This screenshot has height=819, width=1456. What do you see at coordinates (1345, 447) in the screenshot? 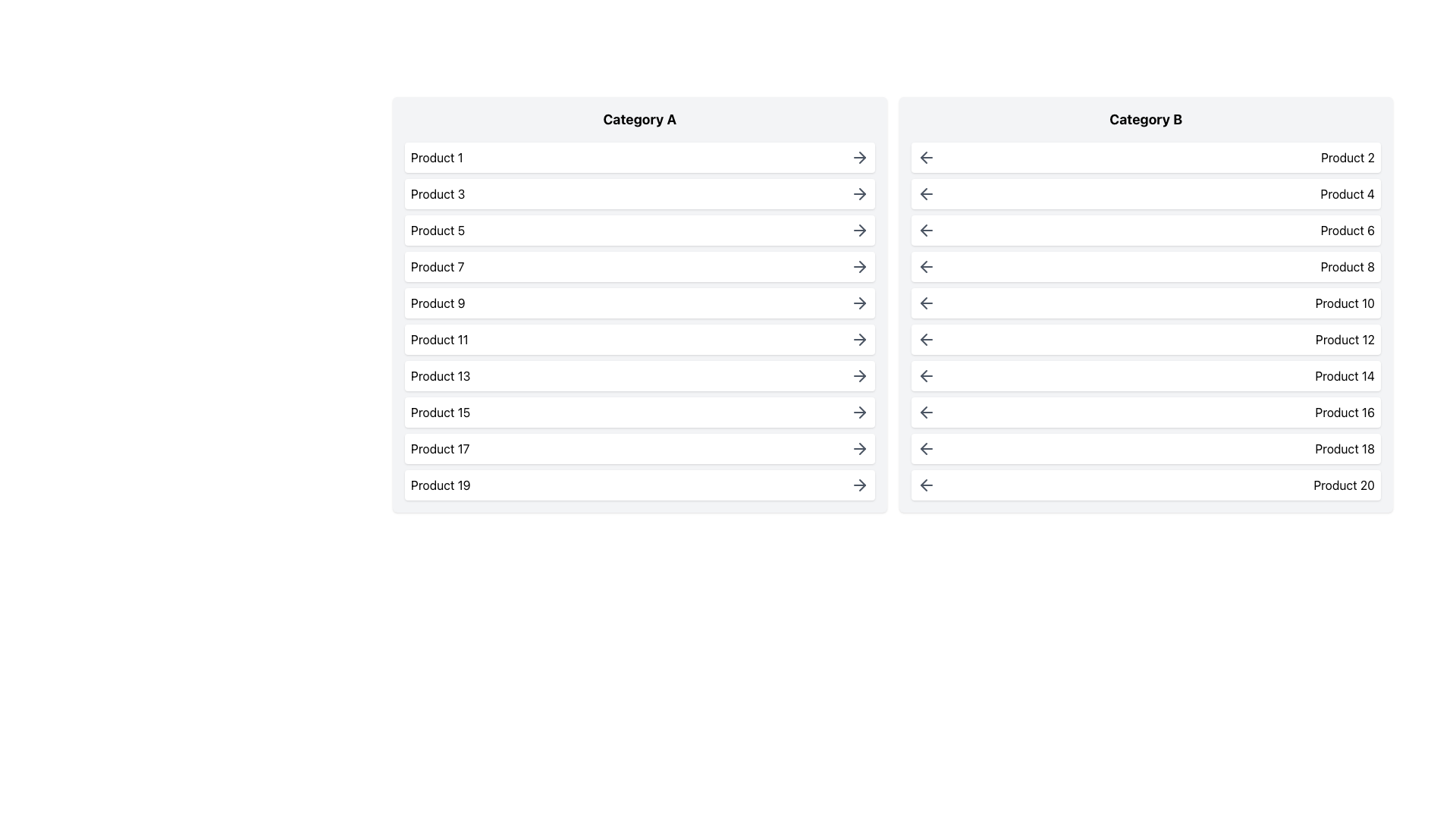
I see `the text label indicating 'Product 18' in the right-hand list titled 'Category B', which is the second-to-last entry with a 'back-arrow' icon to its left` at bounding box center [1345, 447].